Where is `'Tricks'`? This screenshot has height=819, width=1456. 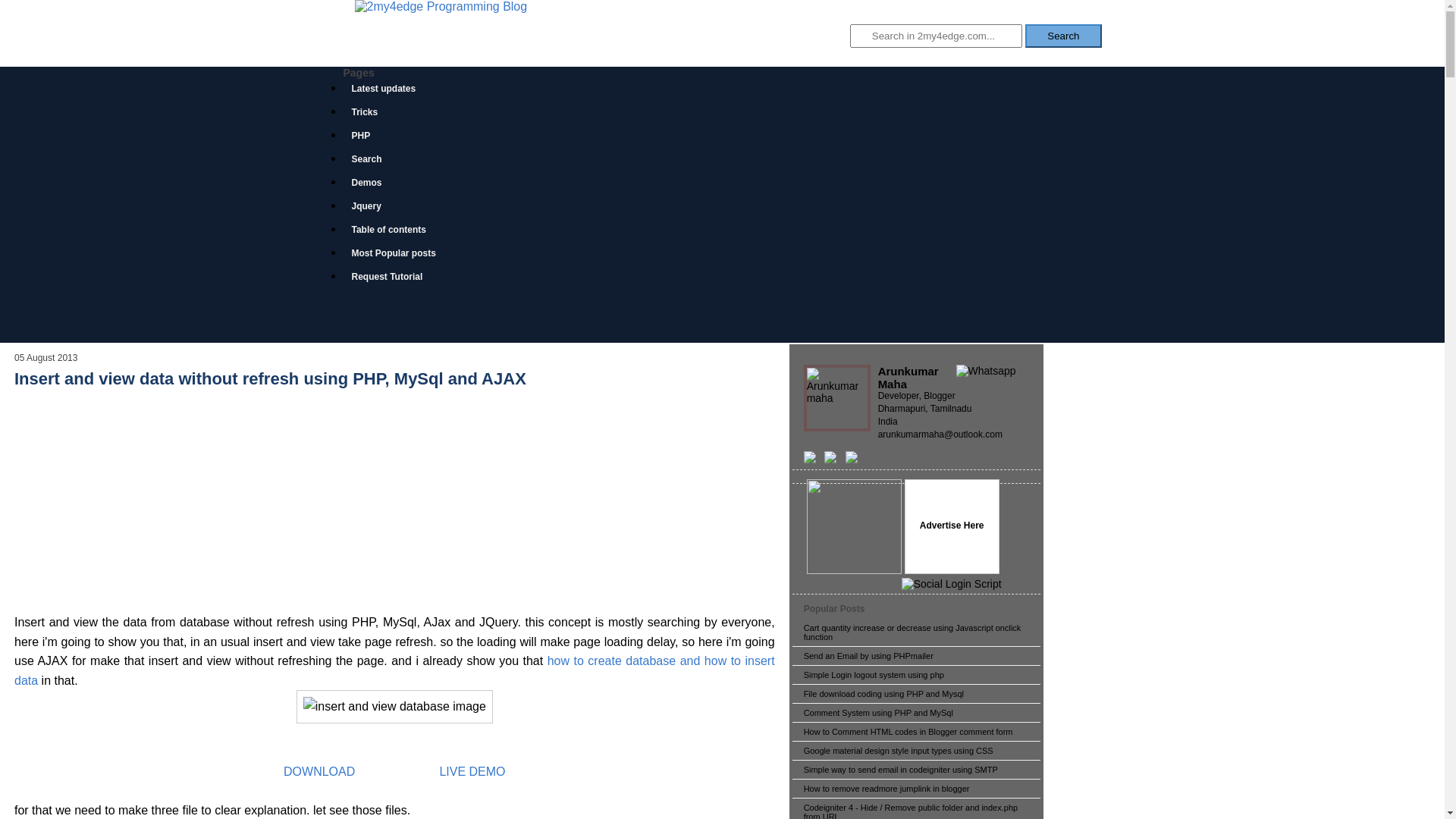
'Tricks' is located at coordinates (341, 113).